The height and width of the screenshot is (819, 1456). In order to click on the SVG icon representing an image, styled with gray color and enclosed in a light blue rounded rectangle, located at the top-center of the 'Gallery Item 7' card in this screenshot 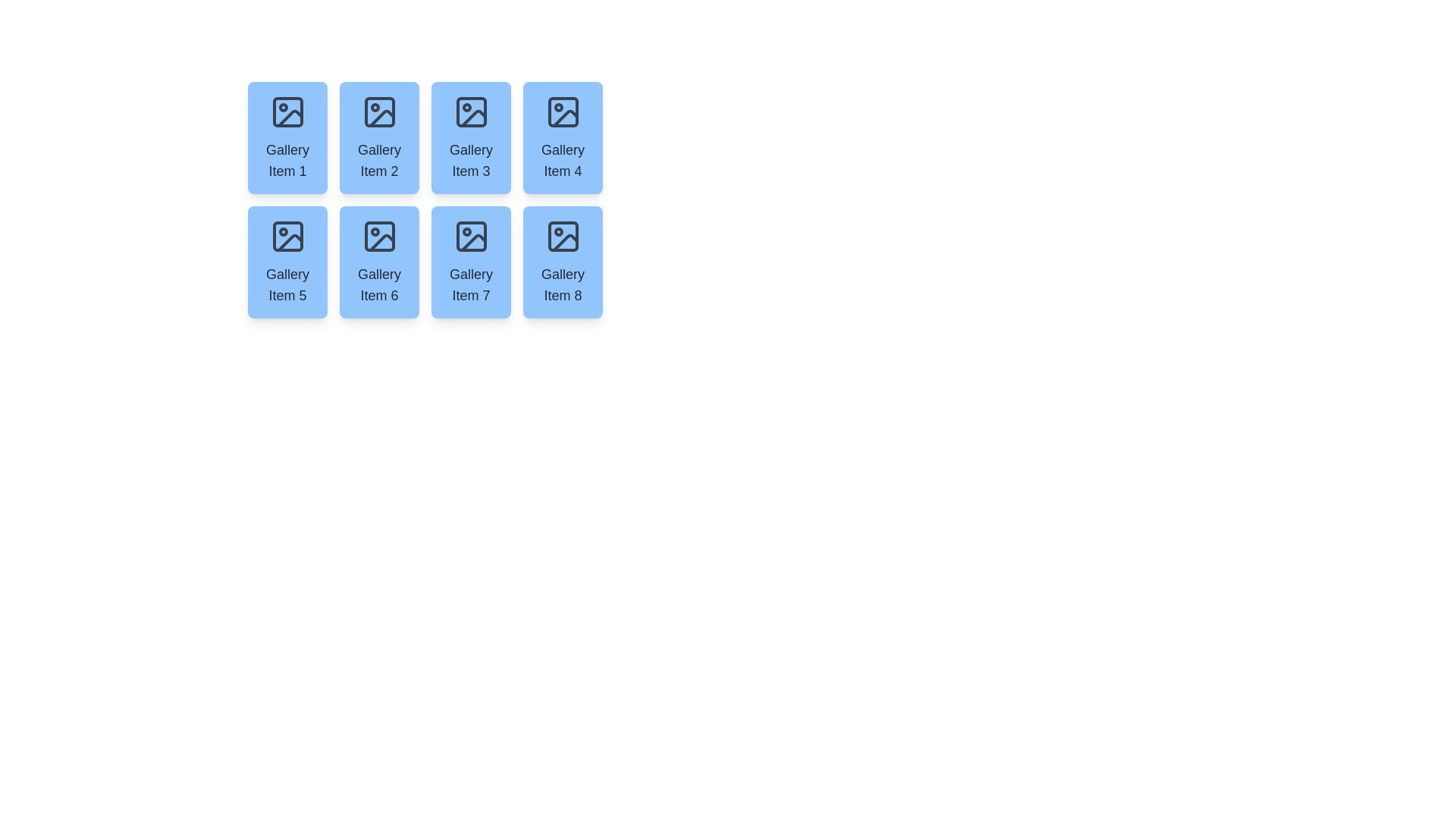, I will do `click(470, 237)`.